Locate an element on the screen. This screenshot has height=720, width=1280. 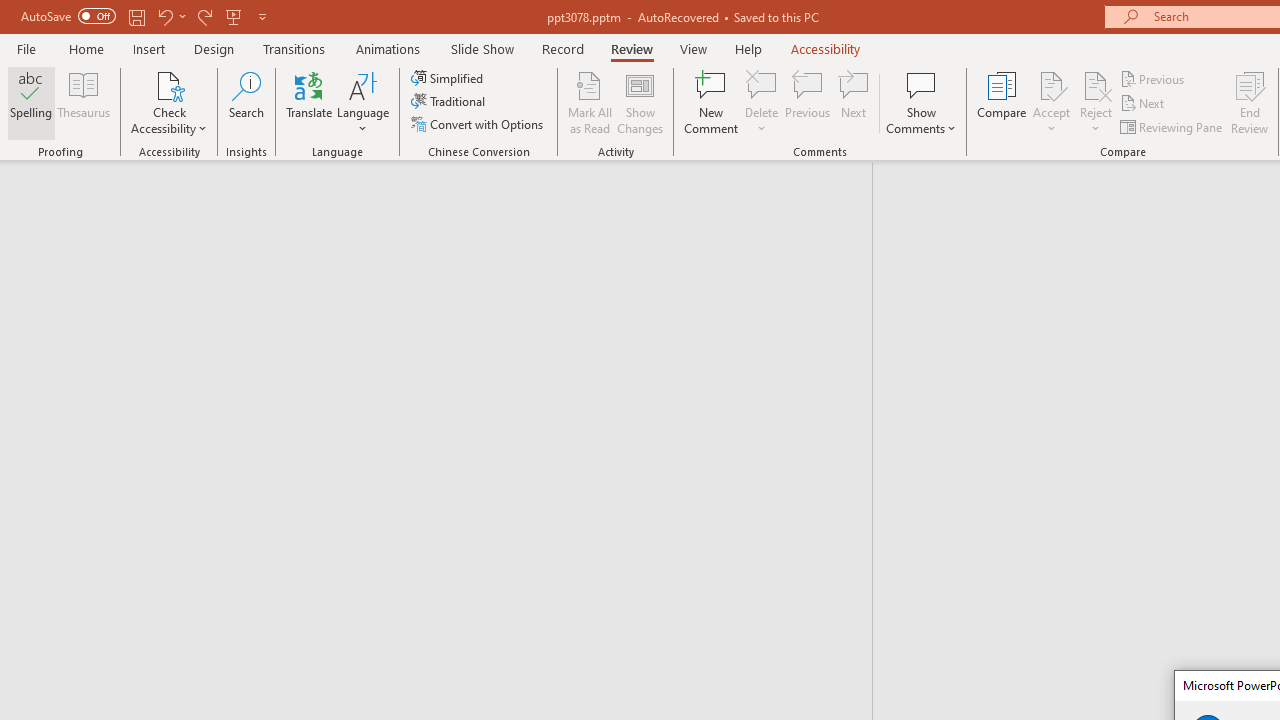
'Reject' is located at coordinates (1095, 103).